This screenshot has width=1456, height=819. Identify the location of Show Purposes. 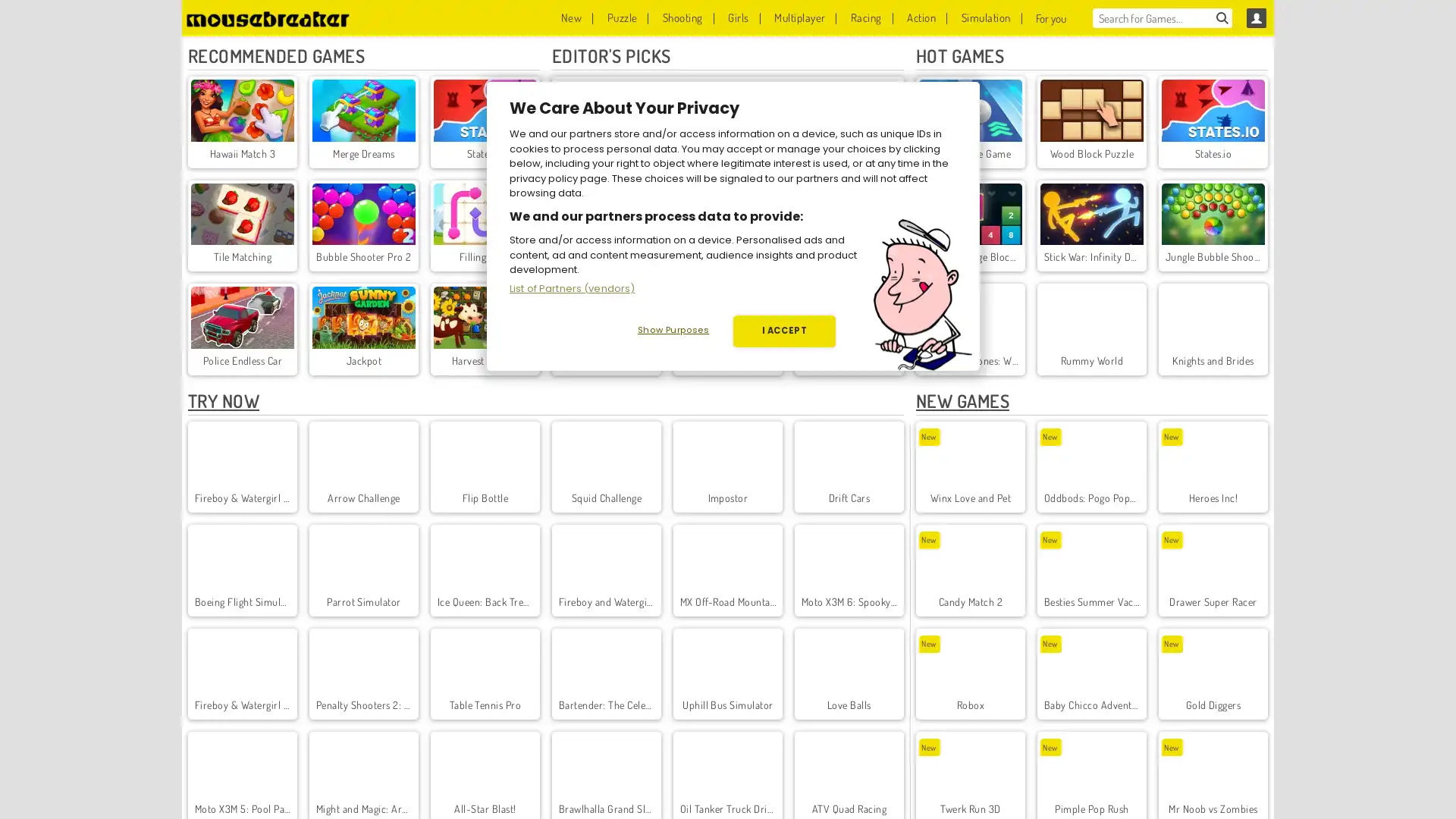
(672, 329).